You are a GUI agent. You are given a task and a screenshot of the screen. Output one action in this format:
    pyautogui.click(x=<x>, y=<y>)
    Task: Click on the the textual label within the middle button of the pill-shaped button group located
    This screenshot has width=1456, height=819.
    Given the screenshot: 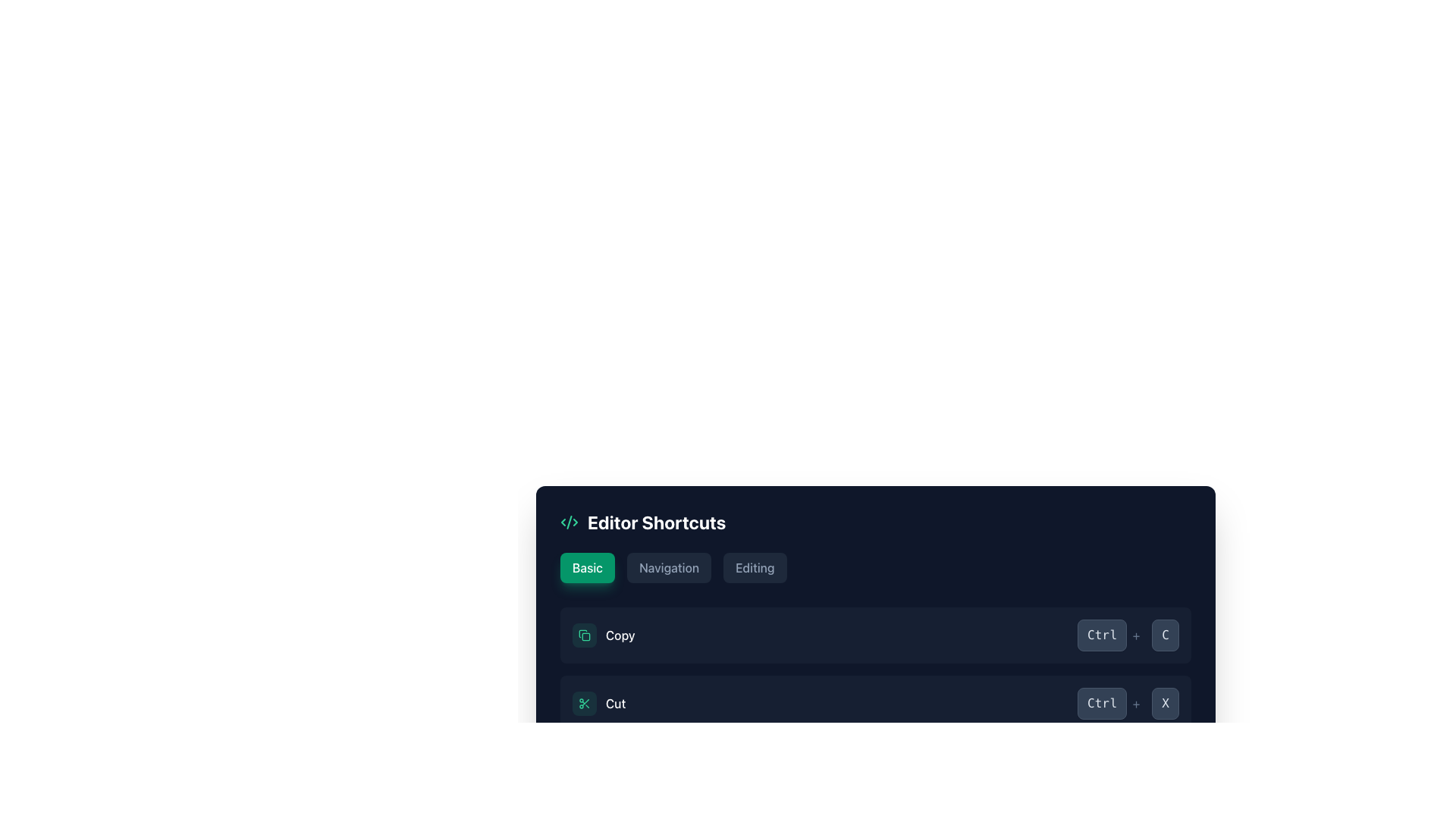 What is the action you would take?
    pyautogui.click(x=668, y=567)
    